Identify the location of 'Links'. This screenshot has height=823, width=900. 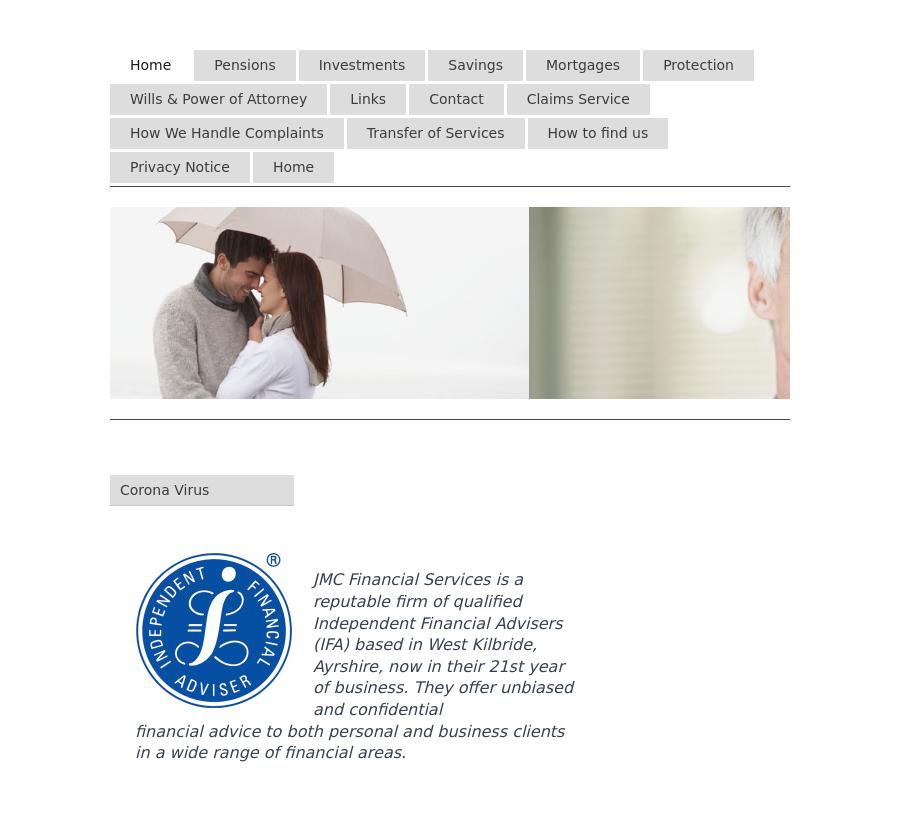
(350, 97).